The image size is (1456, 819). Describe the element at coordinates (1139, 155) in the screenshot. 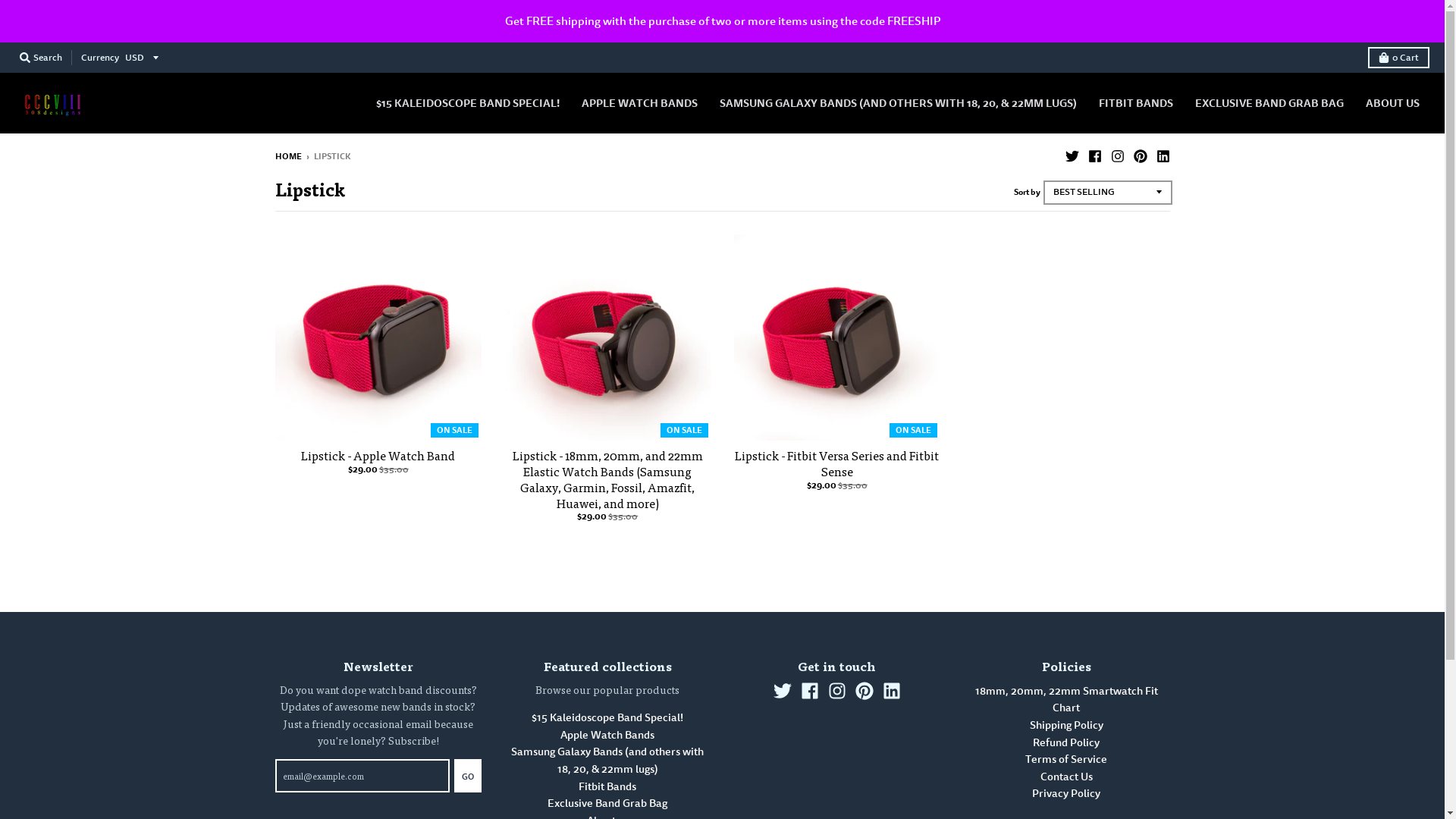

I see `'Pinterest - 308designs - CCCVIII'` at that location.